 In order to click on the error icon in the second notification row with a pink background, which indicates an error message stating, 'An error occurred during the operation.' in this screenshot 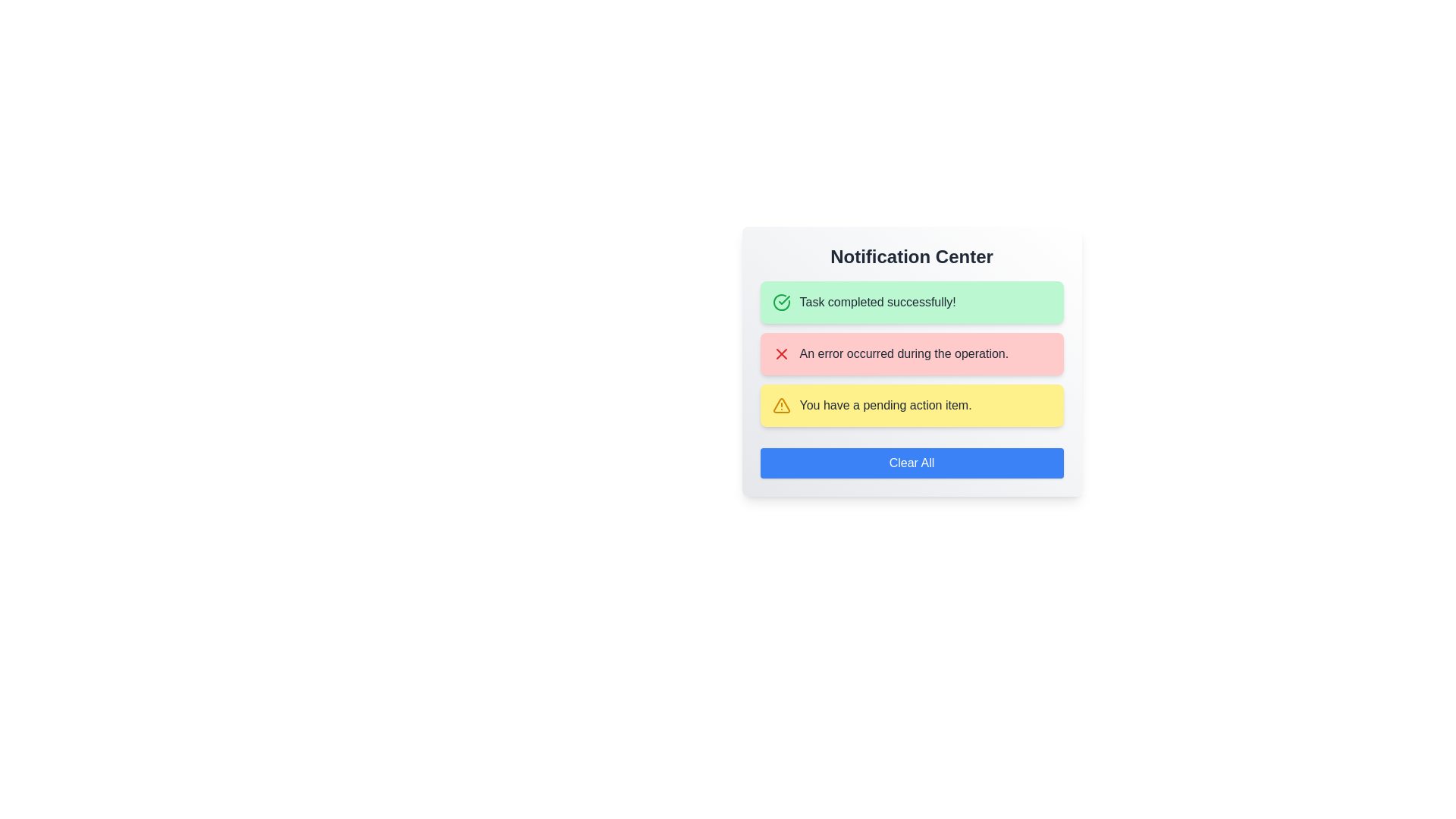, I will do `click(781, 353)`.